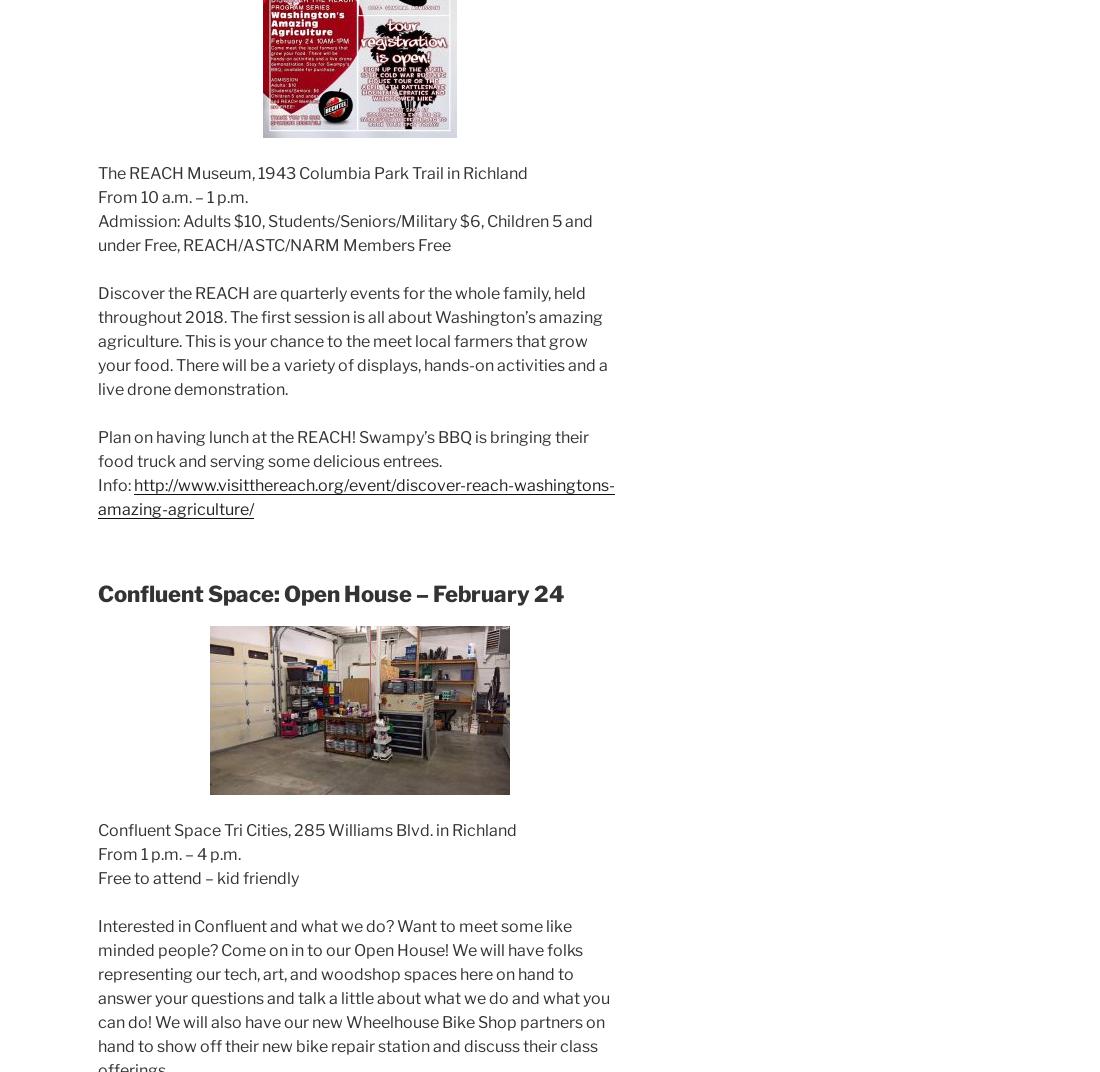 The height and width of the screenshot is (1072, 1100). Describe the element at coordinates (197, 878) in the screenshot. I see `'Free to attend – kid friendly'` at that location.